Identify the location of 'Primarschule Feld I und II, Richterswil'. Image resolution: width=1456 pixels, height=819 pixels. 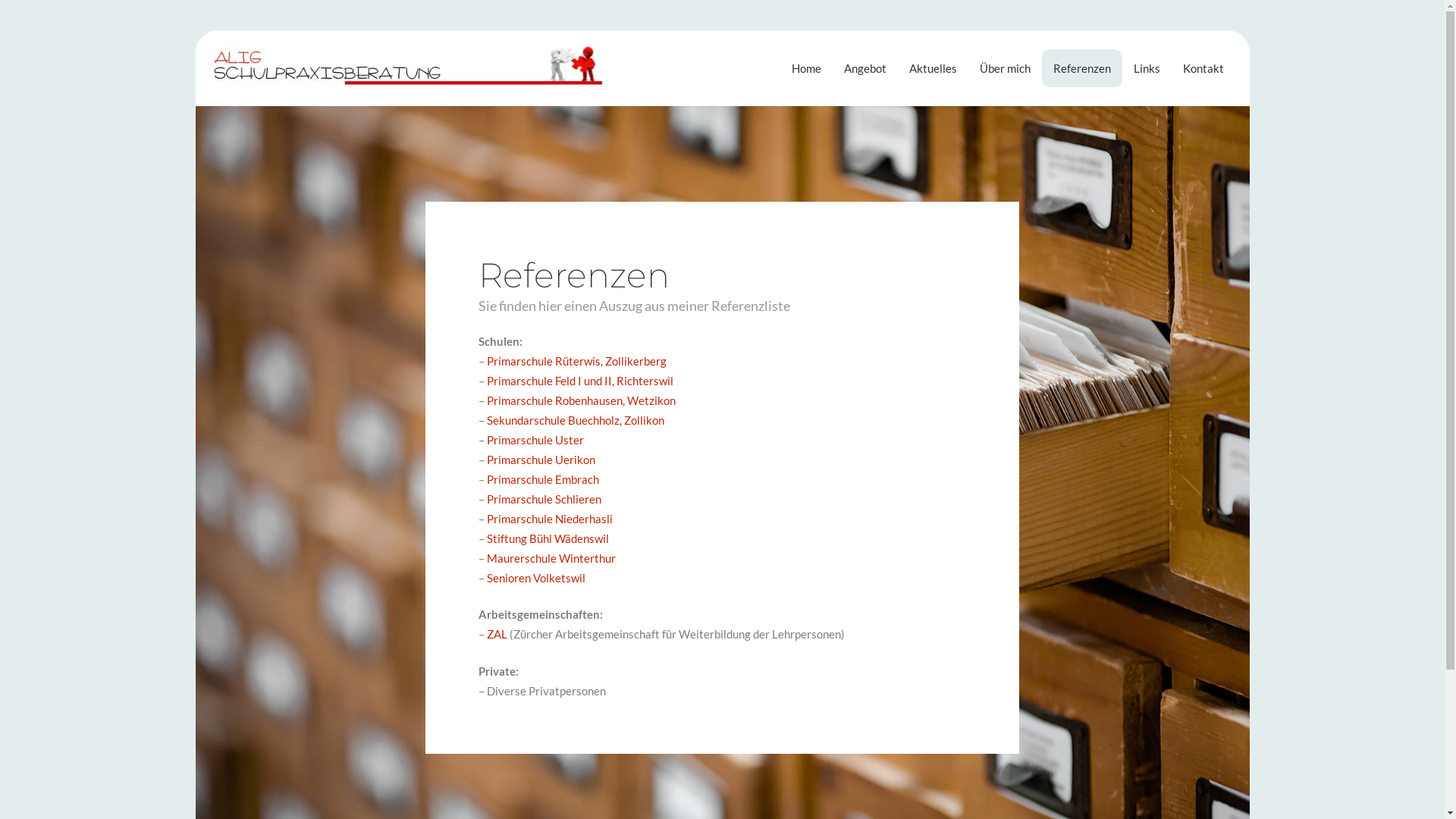
(579, 379).